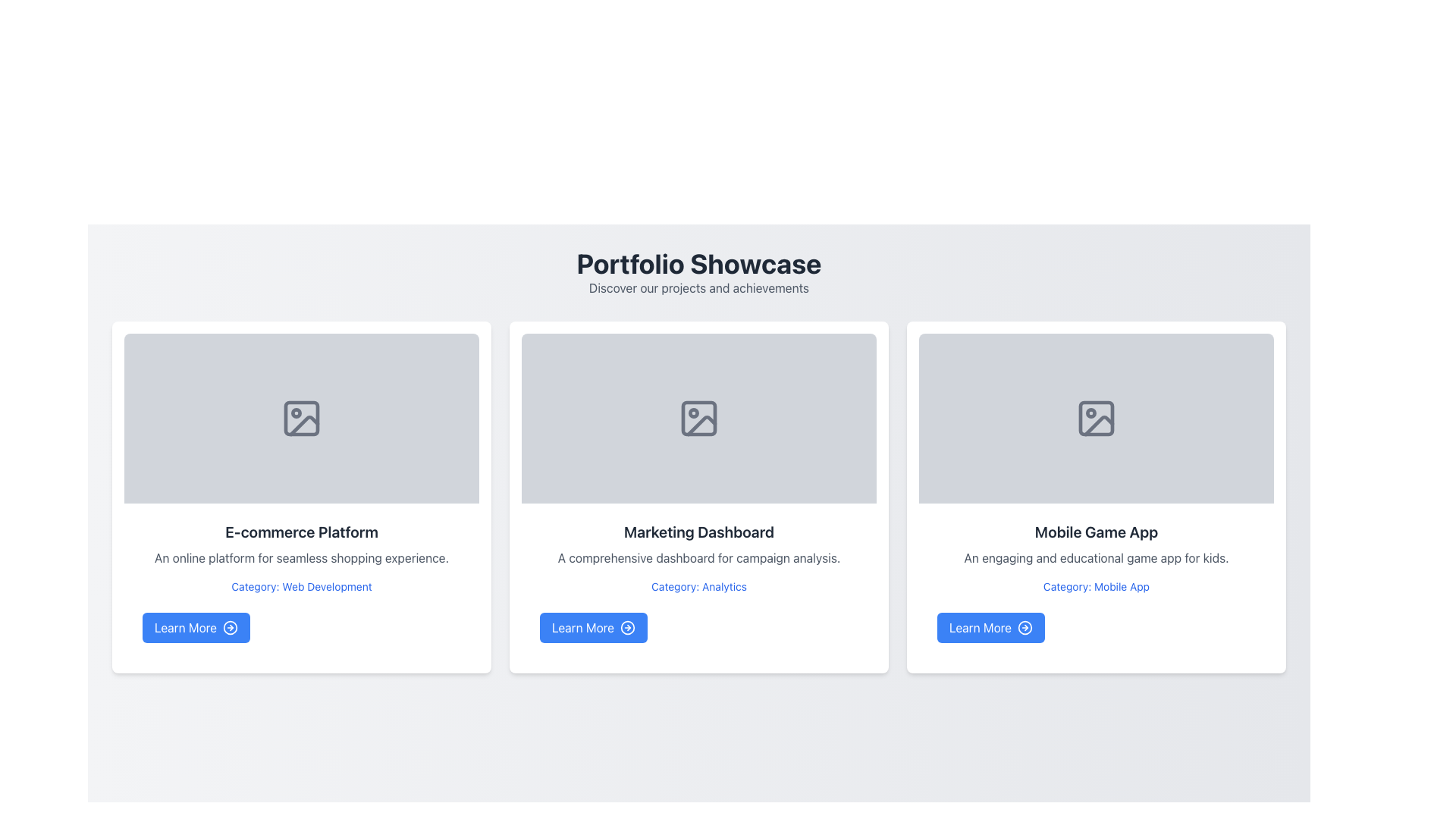  I want to click on the placeholder icon suggesting an image area located in the center of the first card under the title 'Portfolio Showcase' and above the 'Learn More' button, so click(302, 418).